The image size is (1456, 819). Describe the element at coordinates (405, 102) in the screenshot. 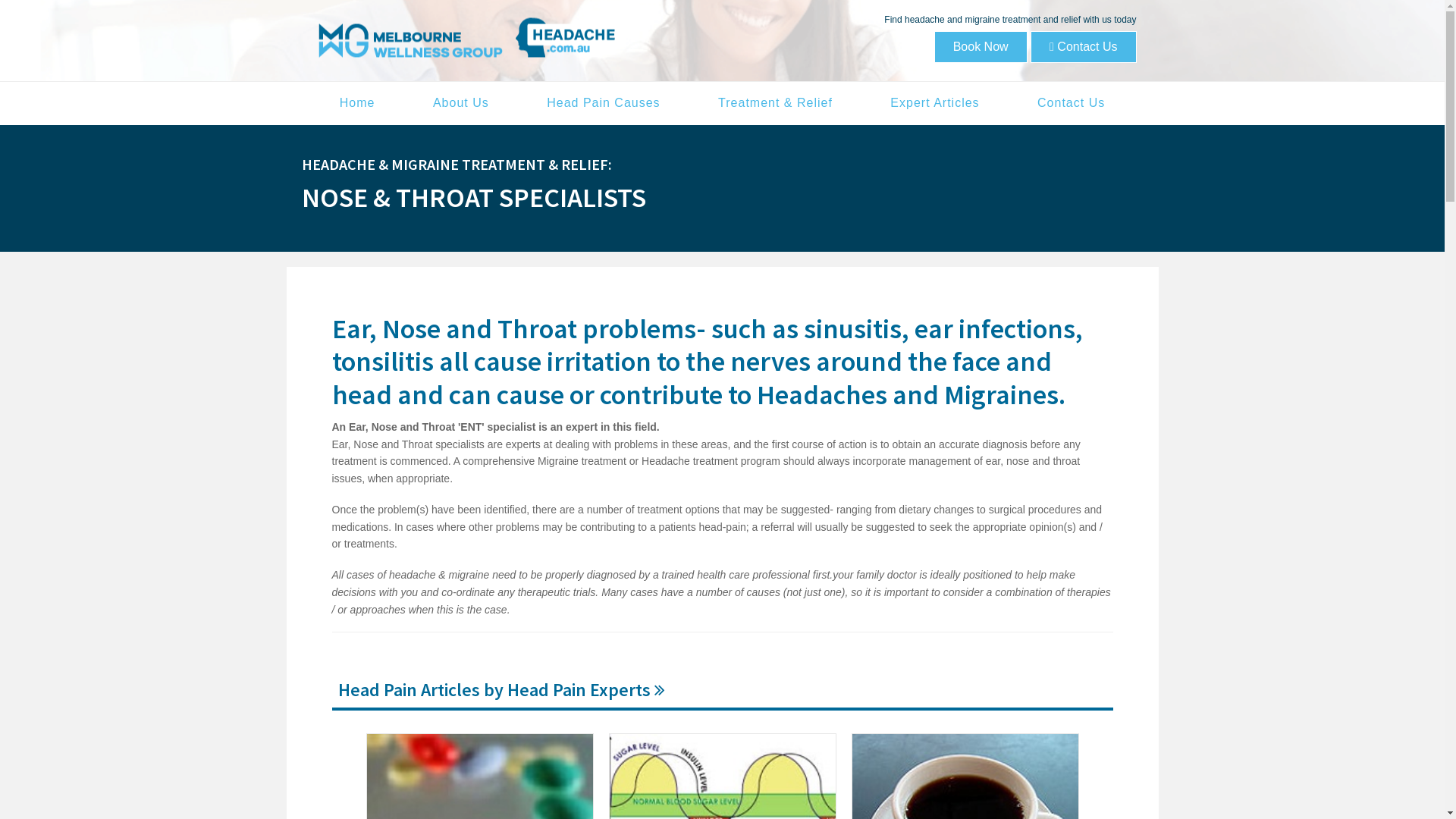

I see `'About Us'` at that location.